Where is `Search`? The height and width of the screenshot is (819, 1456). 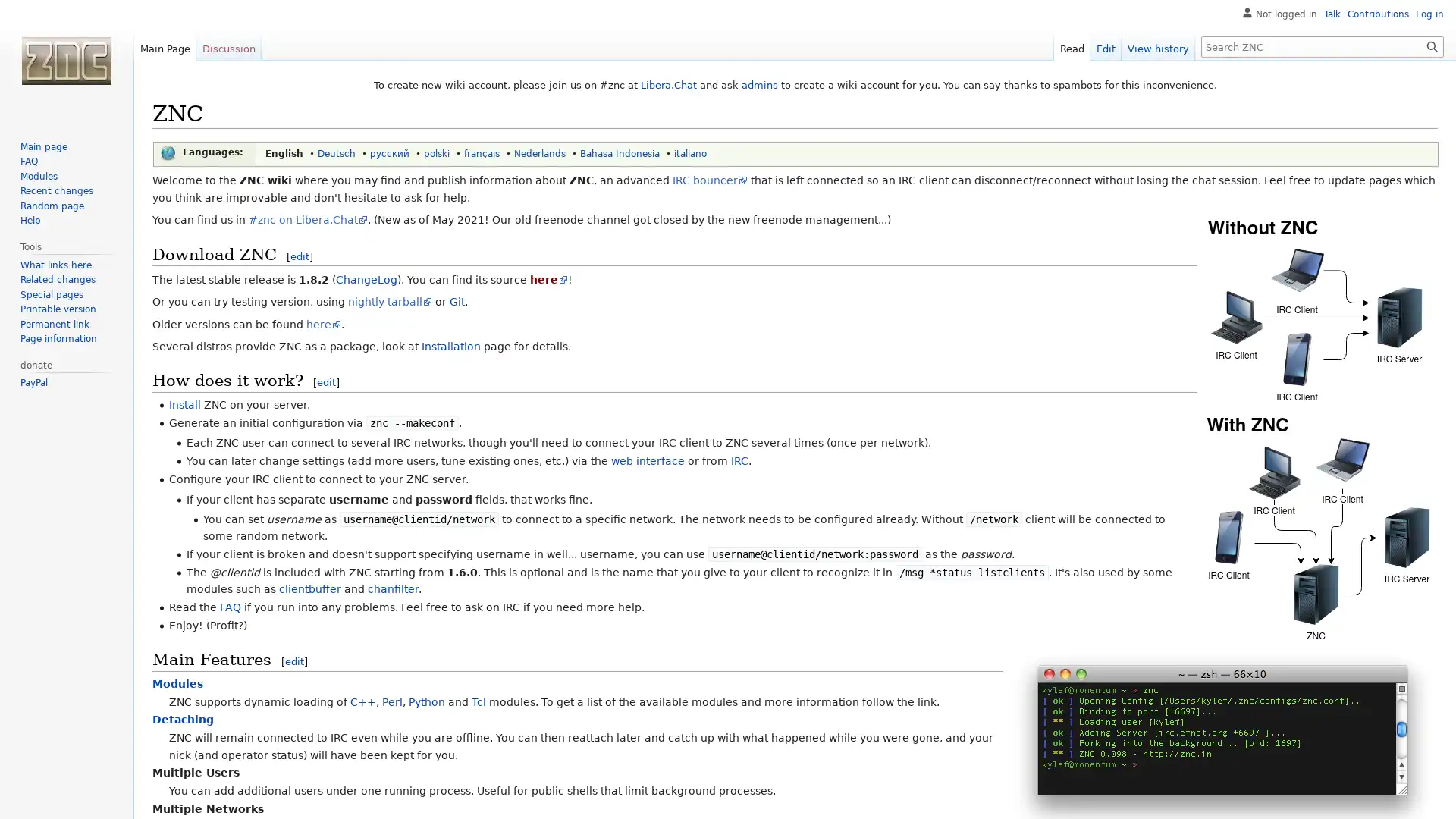 Search is located at coordinates (1432, 45).